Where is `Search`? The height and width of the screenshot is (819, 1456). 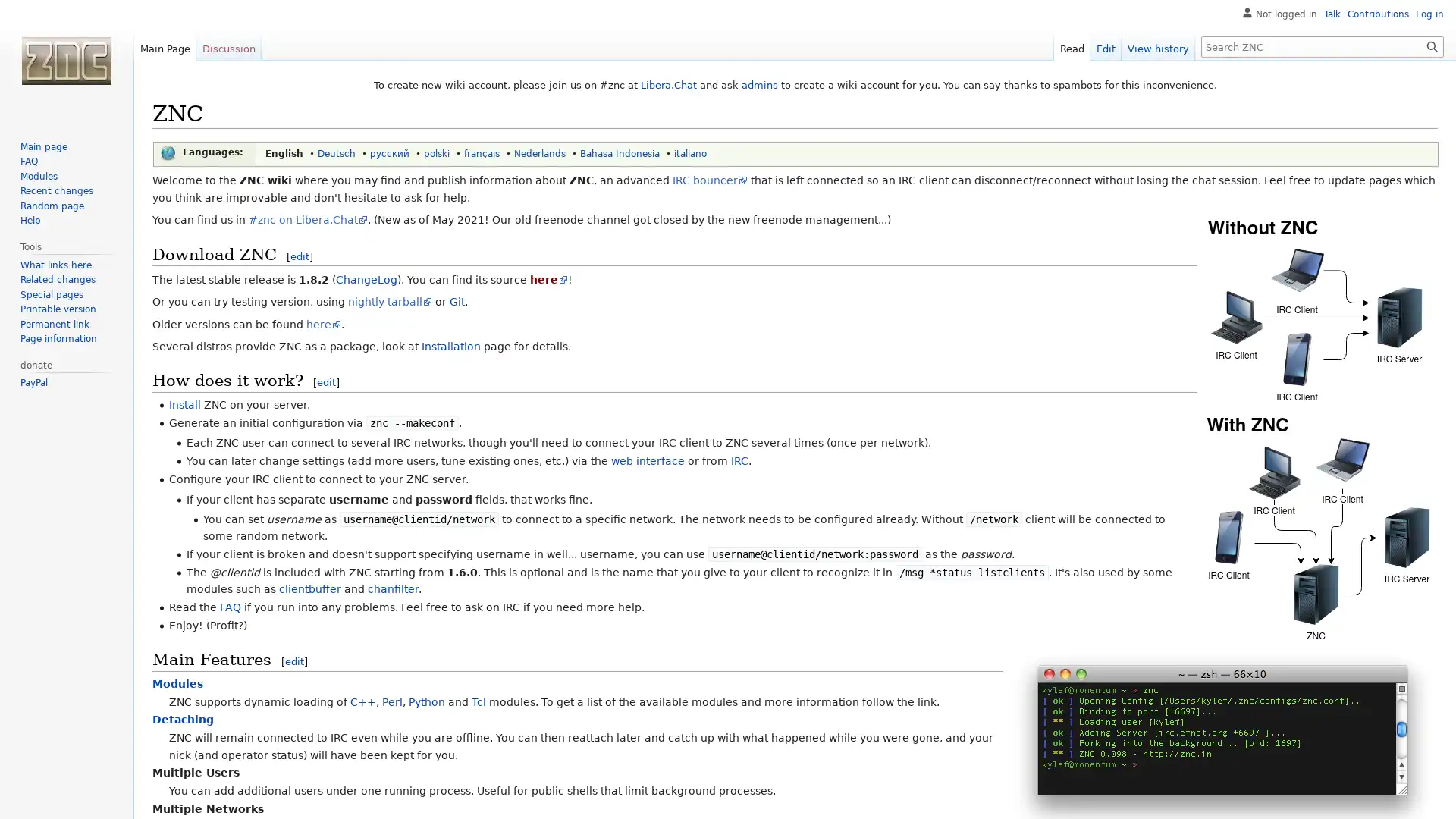 Search is located at coordinates (1432, 45).